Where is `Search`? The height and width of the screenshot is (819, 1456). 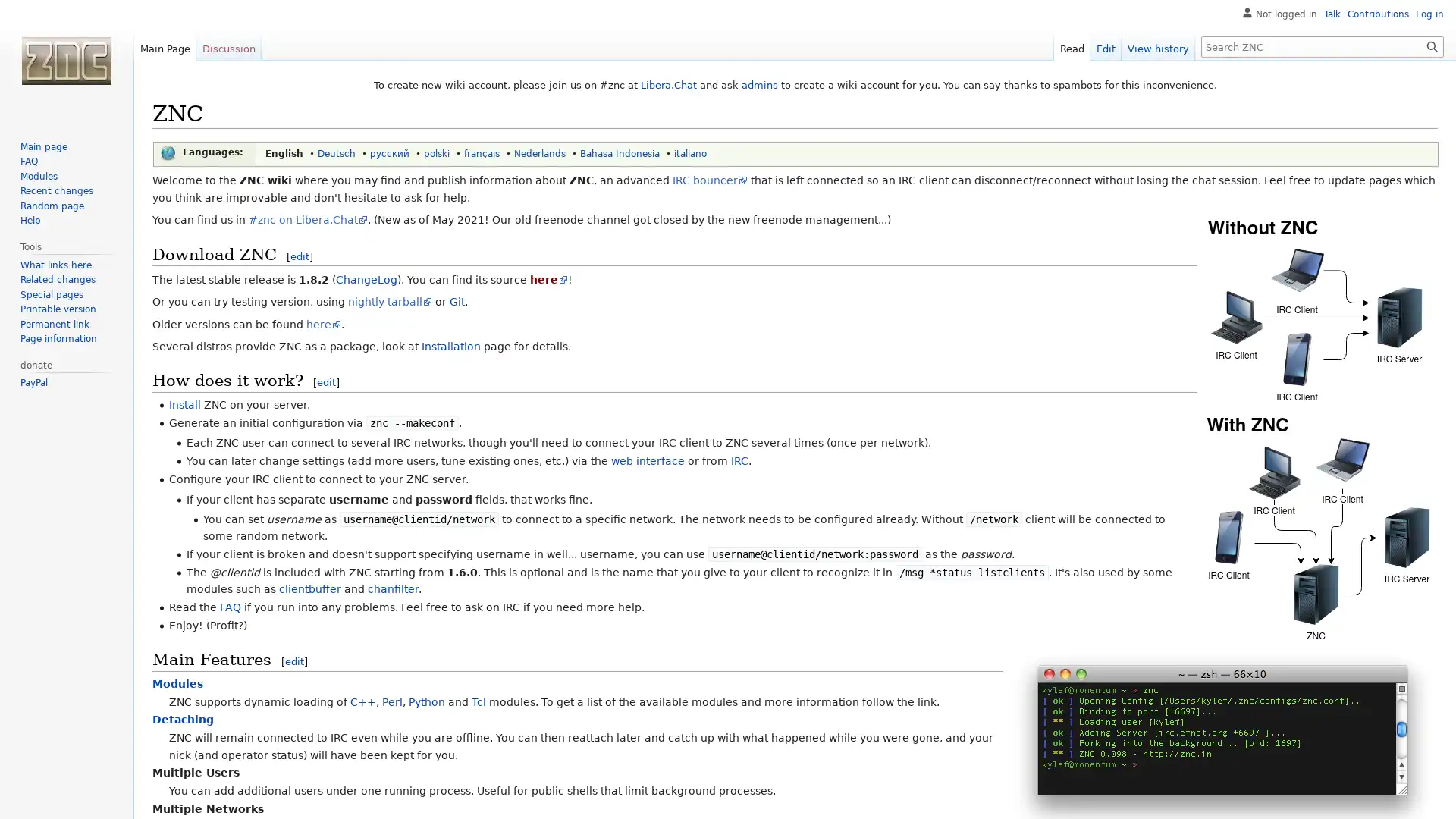 Search is located at coordinates (1432, 45).